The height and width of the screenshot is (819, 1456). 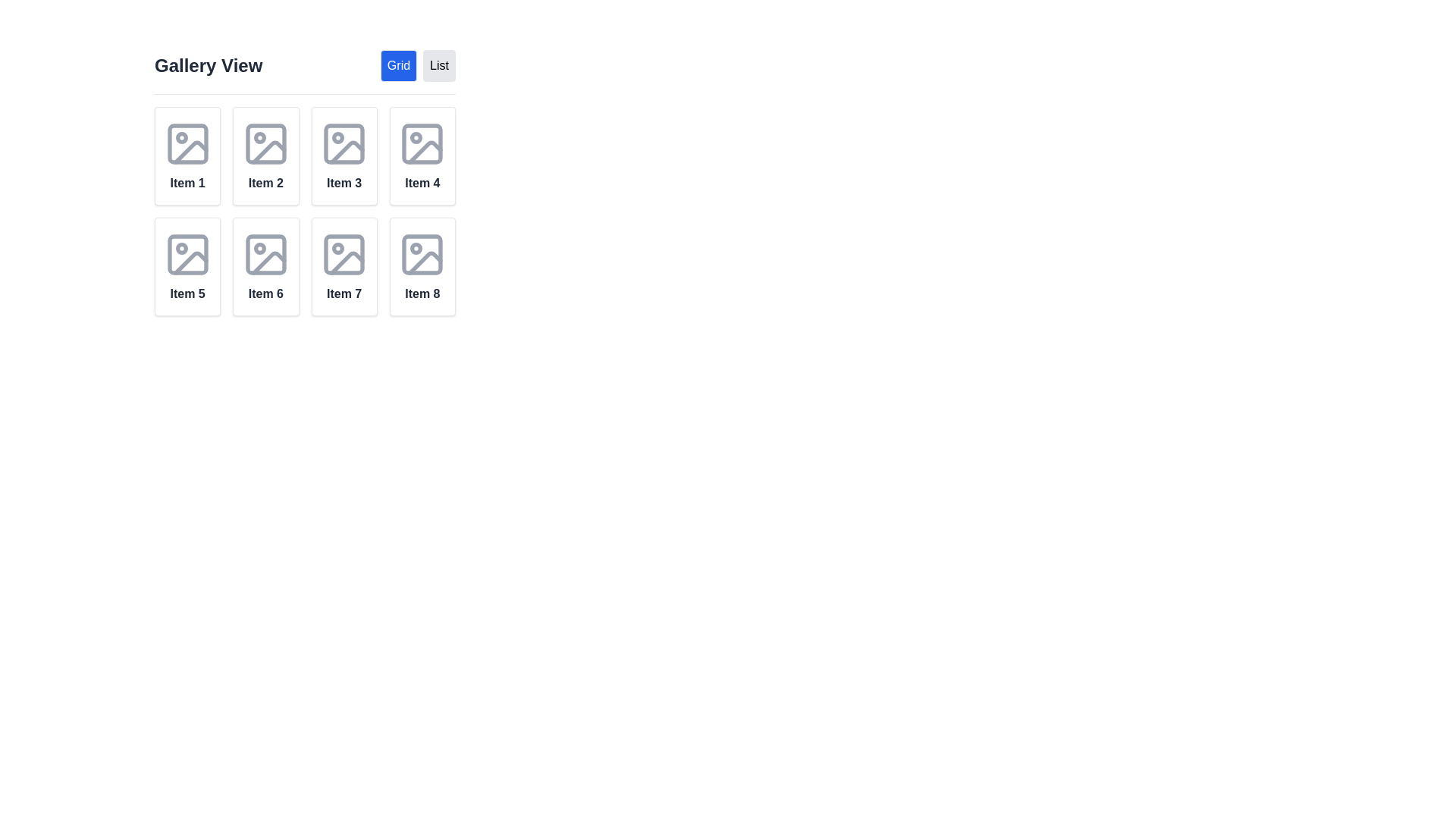 What do you see at coordinates (259, 137) in the screenshot?
I see `the decorative circle within the second grid item's icon in the gallery view, located in the first row and second column` at bounding box center [259, 137].